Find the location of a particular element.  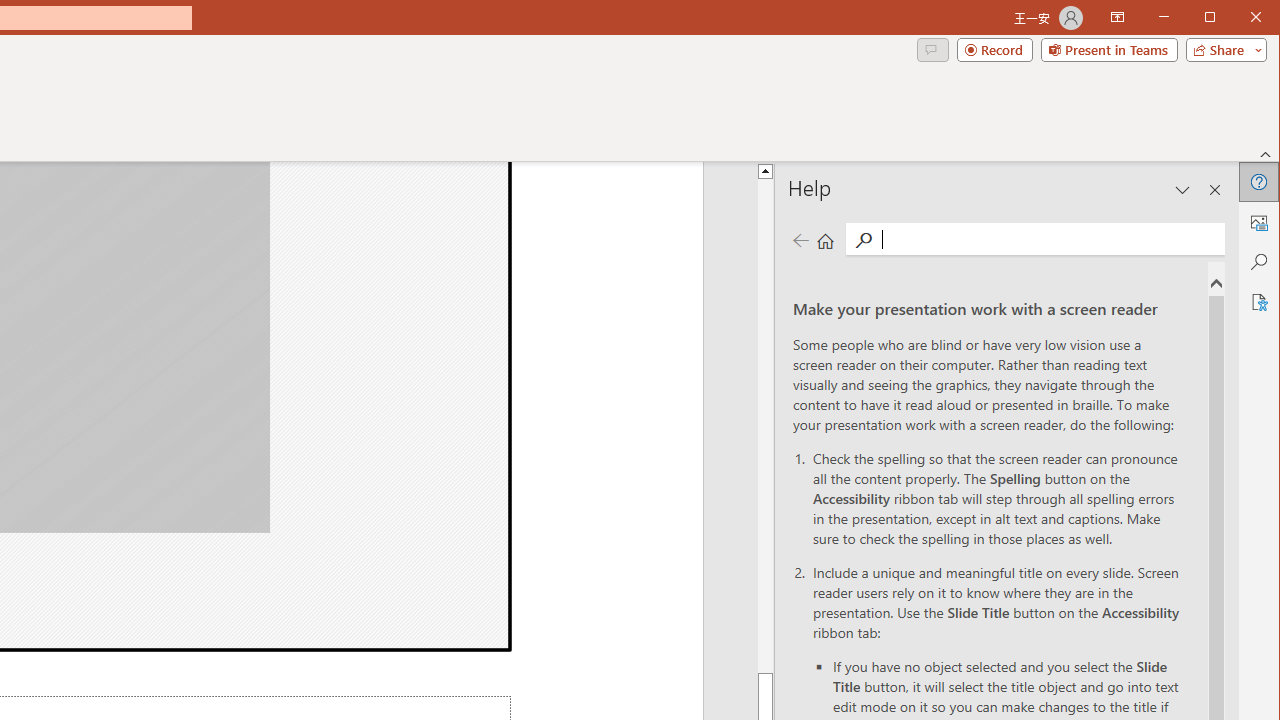

'Previous page' is located at coordinates (800, 239).